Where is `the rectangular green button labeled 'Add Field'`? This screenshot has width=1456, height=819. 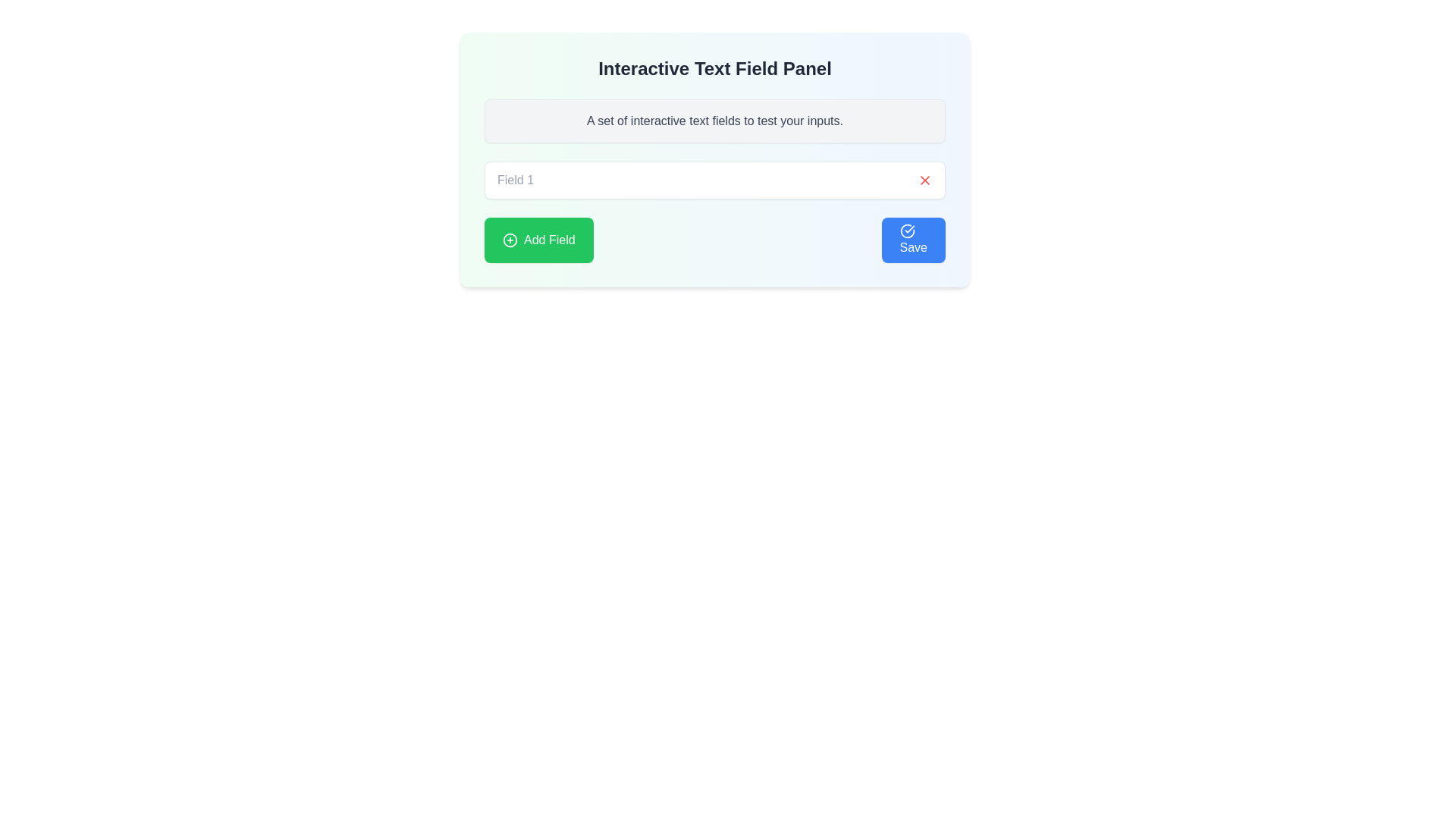
the rectangular green button labeled 'Add Field' is located at coordinates (538, 239).